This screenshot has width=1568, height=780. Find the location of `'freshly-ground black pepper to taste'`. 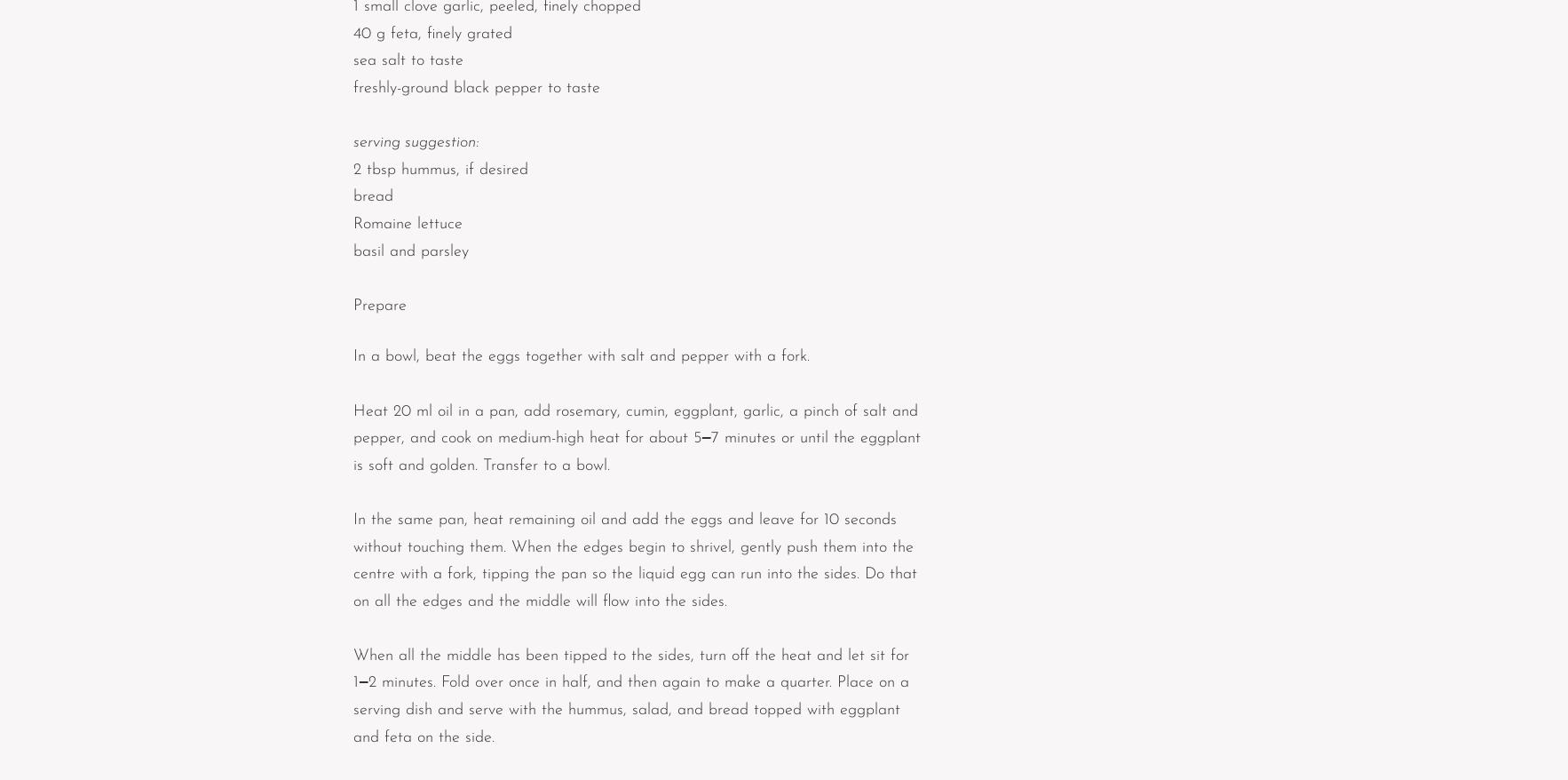

'freshly-ground black pepper to taste' is located at coordinates (352, 87).